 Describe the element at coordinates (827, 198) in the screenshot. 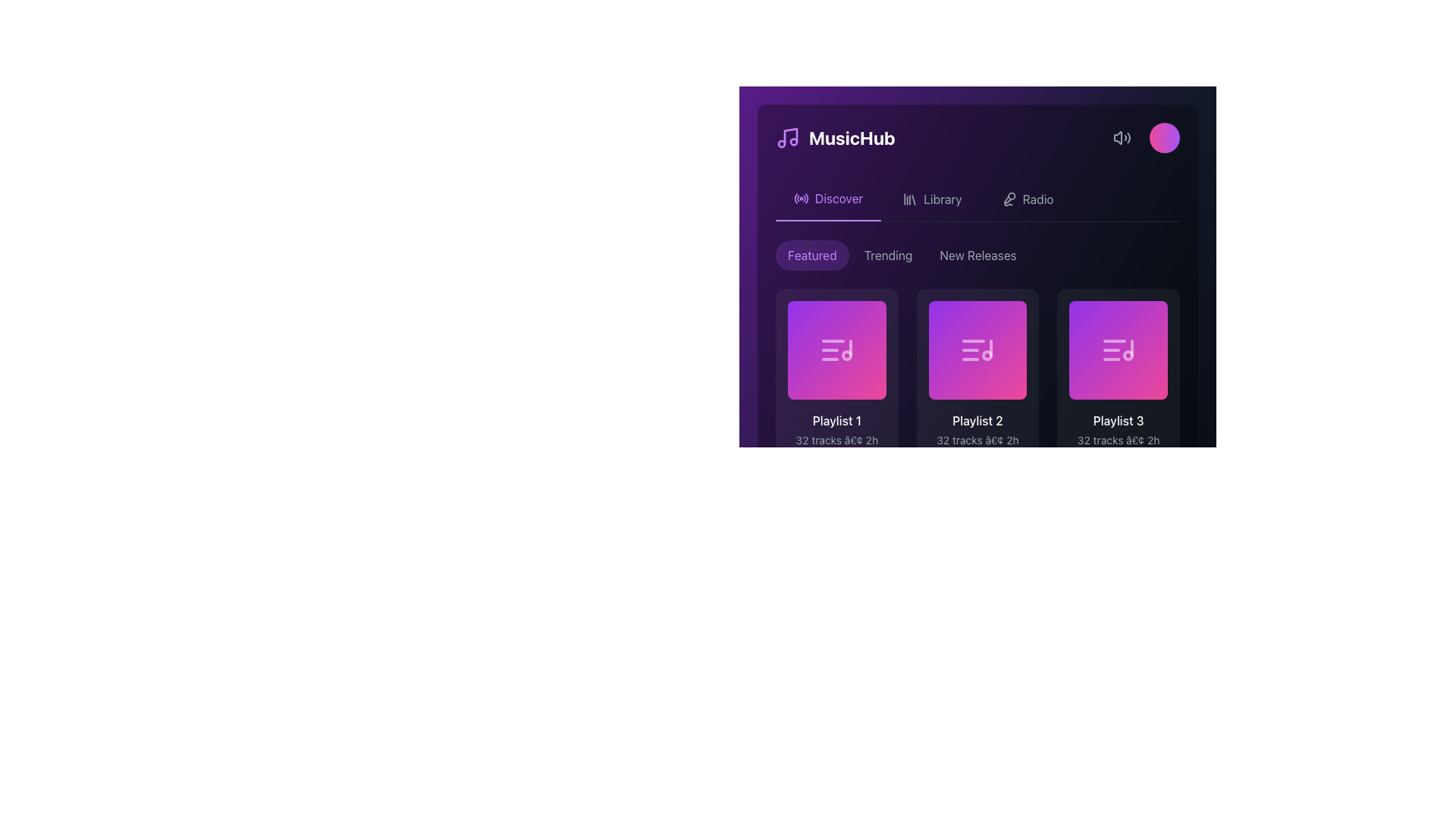

I see `the 'Discover' button located at the top of the main content area below the 'MusicHub' header` at that location.